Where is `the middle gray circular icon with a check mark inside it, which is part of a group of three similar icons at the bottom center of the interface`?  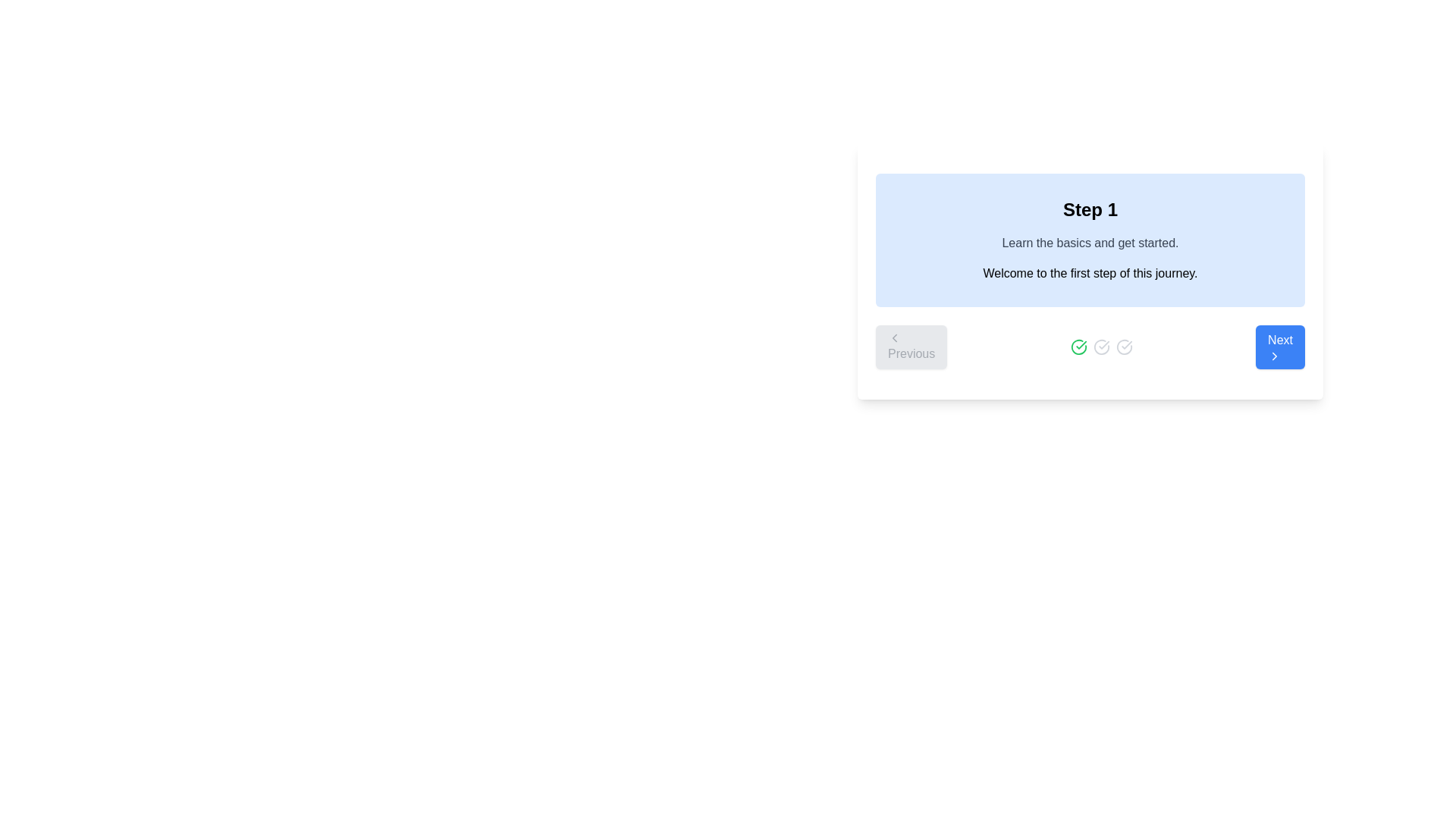 the middle gray circular icon with a check mark inside it, which is part of a group of three similar icons at the bottom center of the interface is located at coordinates (1101, 347).